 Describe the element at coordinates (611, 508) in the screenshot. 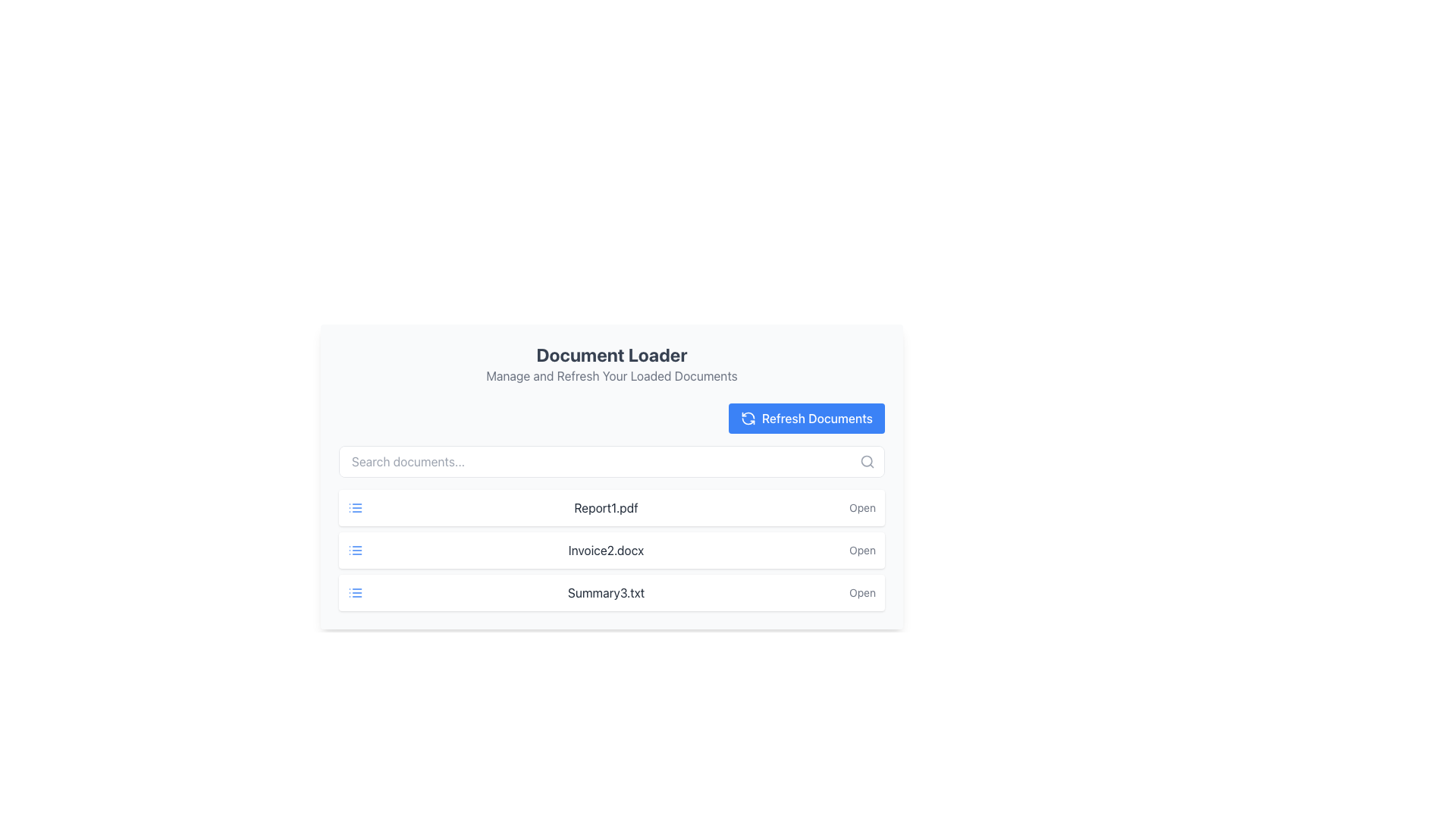

I see `the list item presenting the document 'Report1.pdf' with the 'Open' action in the 'Document Loader' section` at that location.